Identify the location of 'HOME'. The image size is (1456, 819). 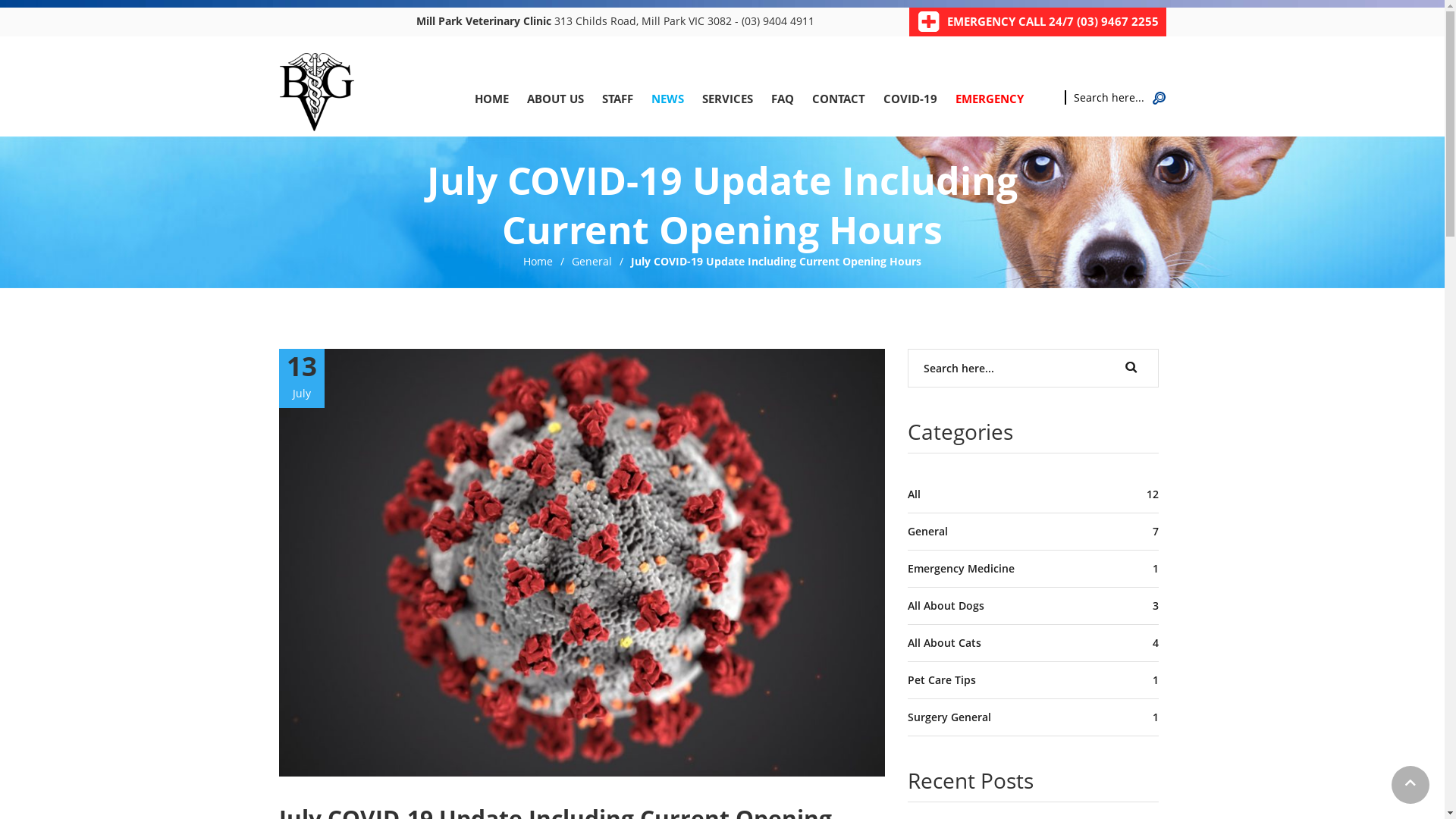
(491, 99).